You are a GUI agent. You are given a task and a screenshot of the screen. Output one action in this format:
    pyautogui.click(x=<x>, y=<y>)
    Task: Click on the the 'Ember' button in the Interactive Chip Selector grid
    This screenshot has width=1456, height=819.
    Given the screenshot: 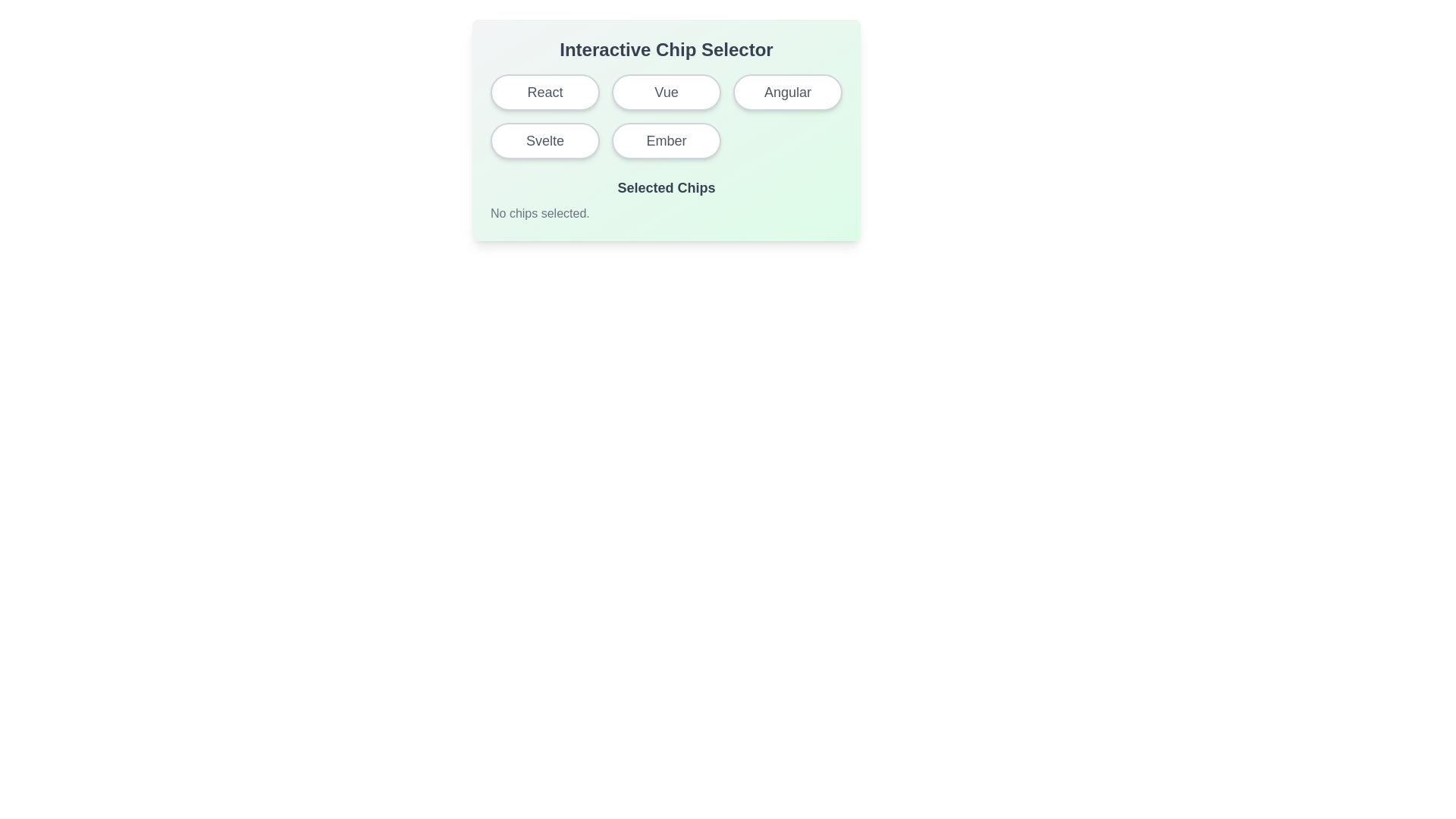 What is the action you would take?
    pyautogui.click(x=666, y=130)
    